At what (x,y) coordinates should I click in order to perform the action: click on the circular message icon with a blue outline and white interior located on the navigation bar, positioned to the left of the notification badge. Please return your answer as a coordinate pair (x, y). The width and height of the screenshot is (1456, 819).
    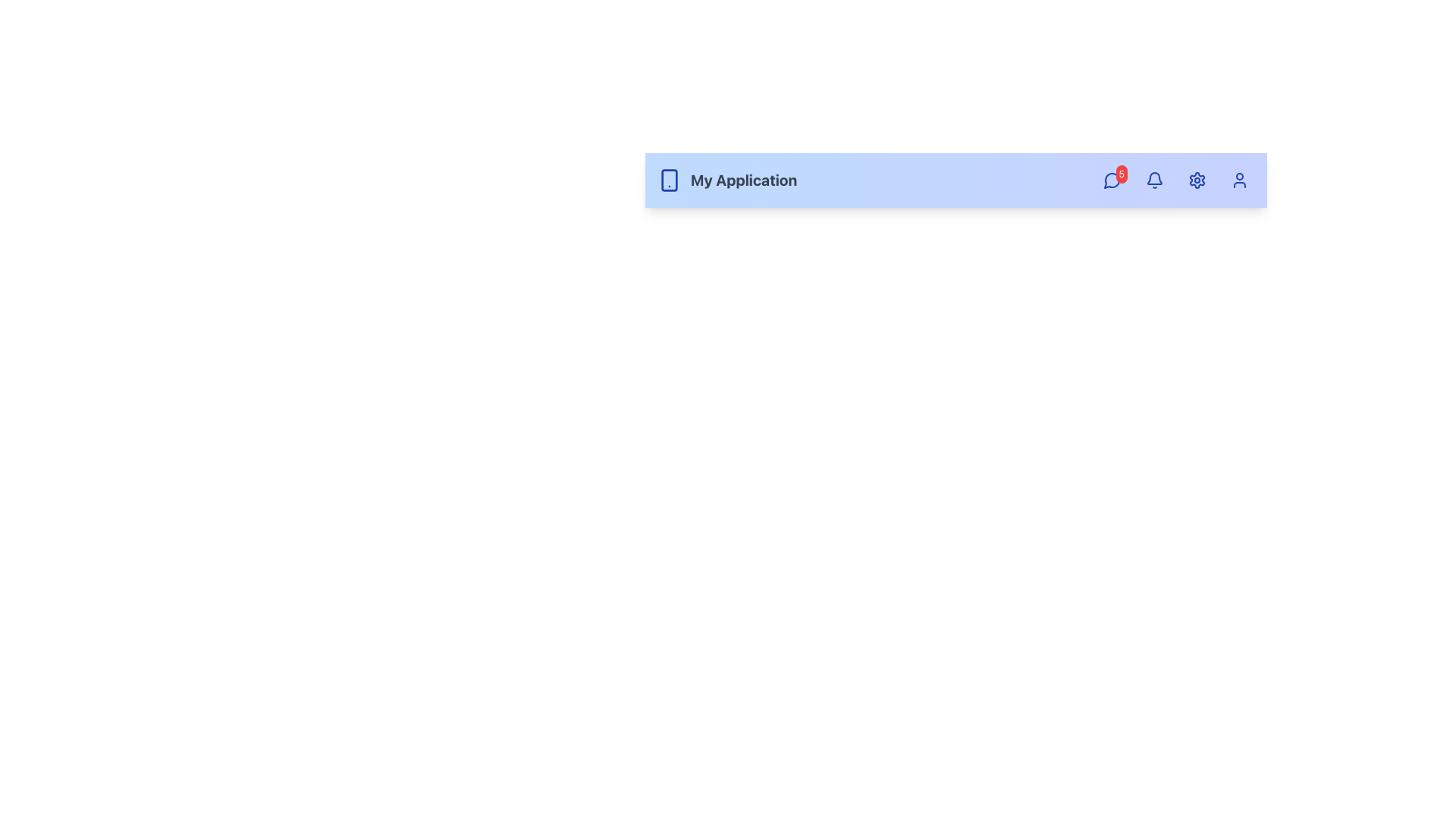
    Looking at the image, I should click on (1112, 180).